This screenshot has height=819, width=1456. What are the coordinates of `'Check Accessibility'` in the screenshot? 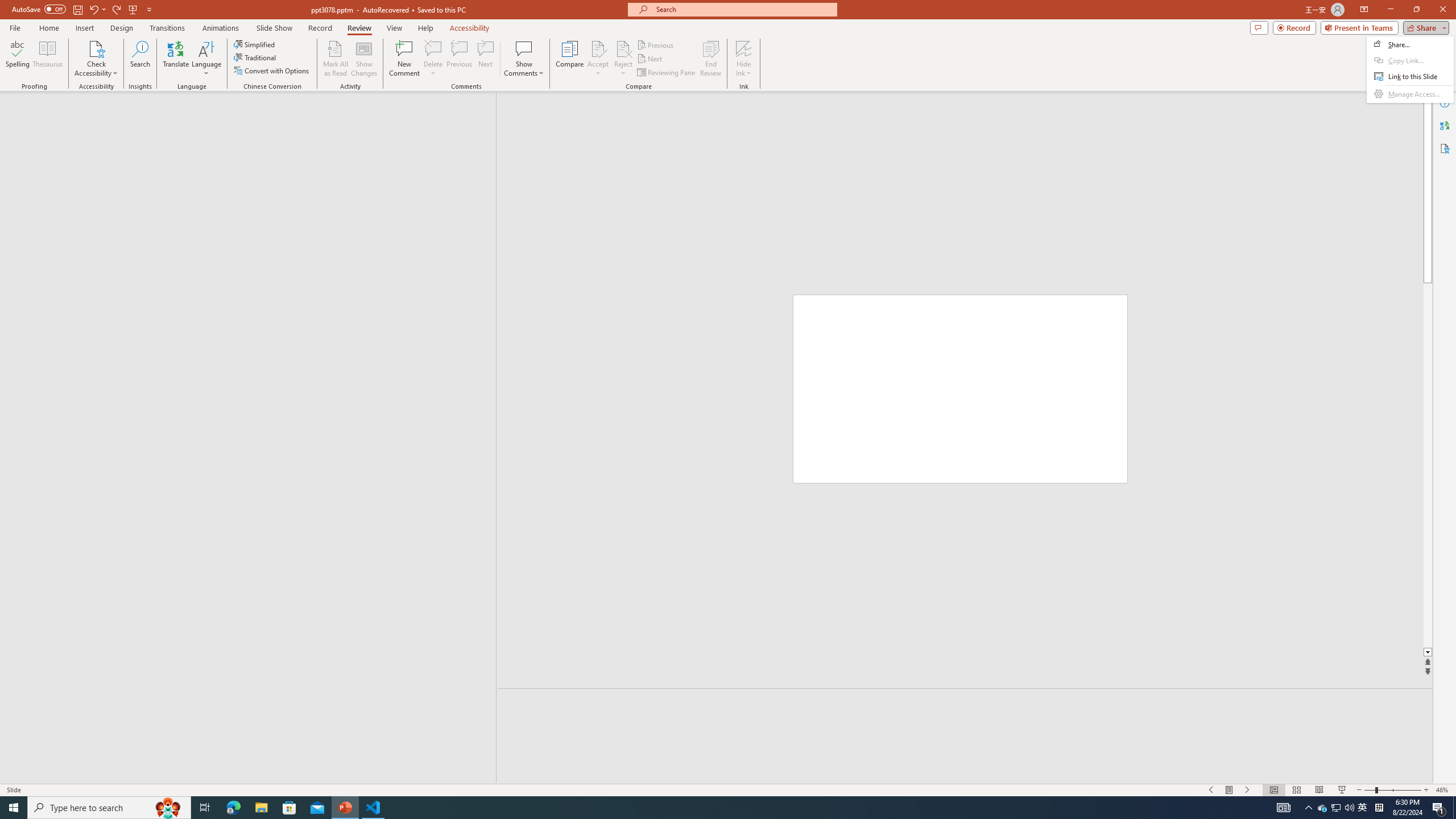 It's located at (95, 59).